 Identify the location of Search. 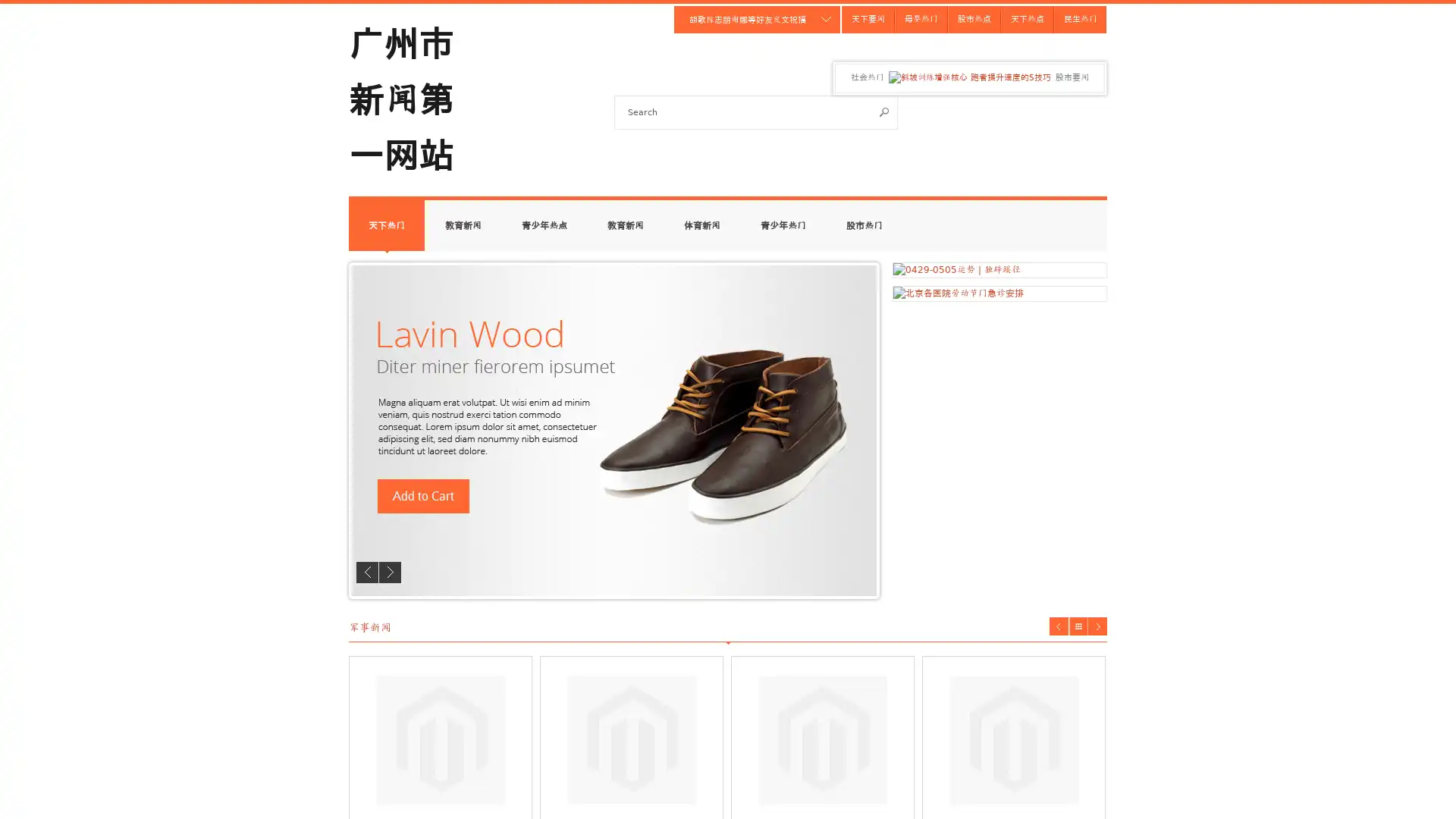
(884, 111).